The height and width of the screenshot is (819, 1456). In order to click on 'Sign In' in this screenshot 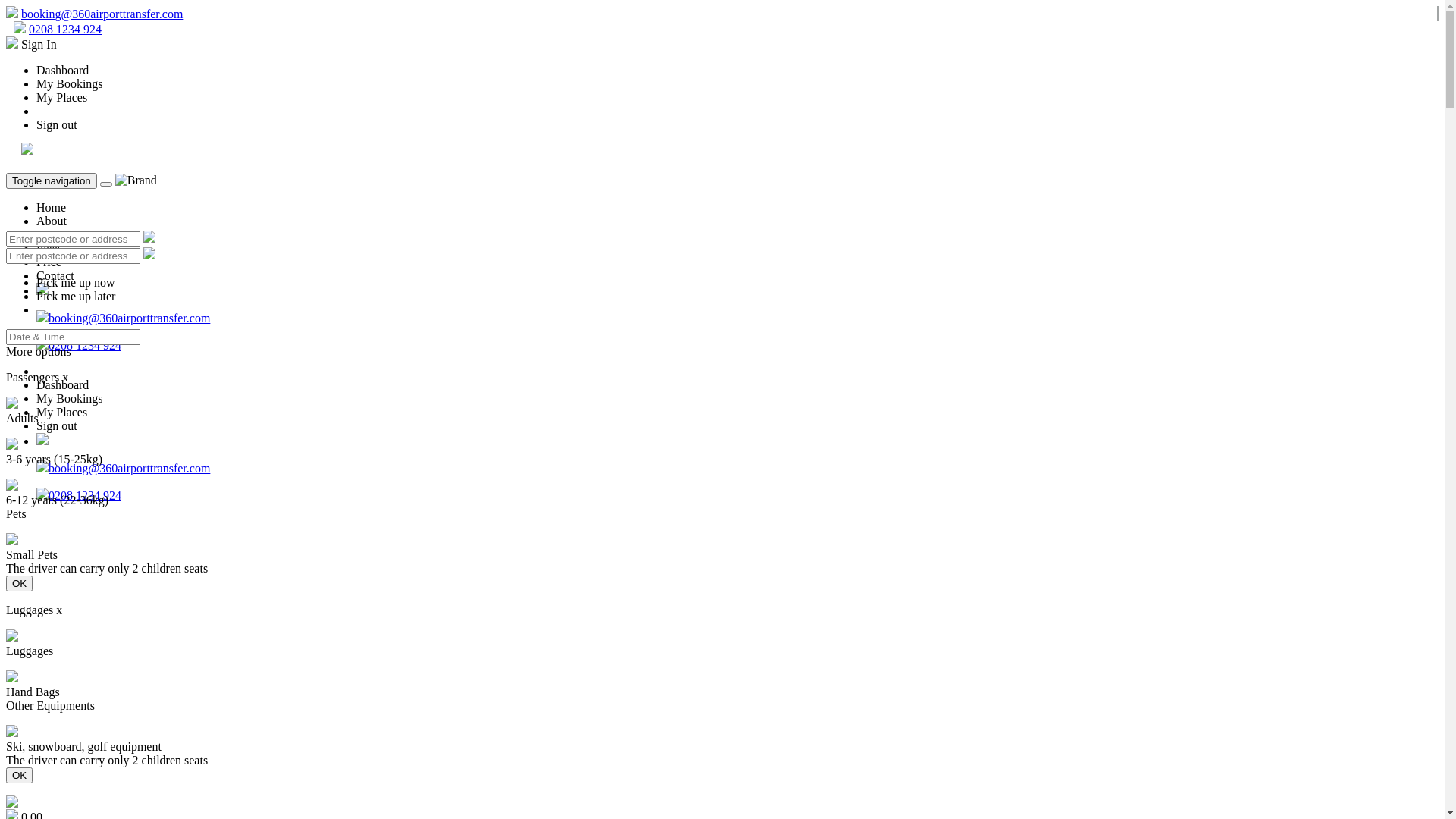, I will do `click(31, 43)`.